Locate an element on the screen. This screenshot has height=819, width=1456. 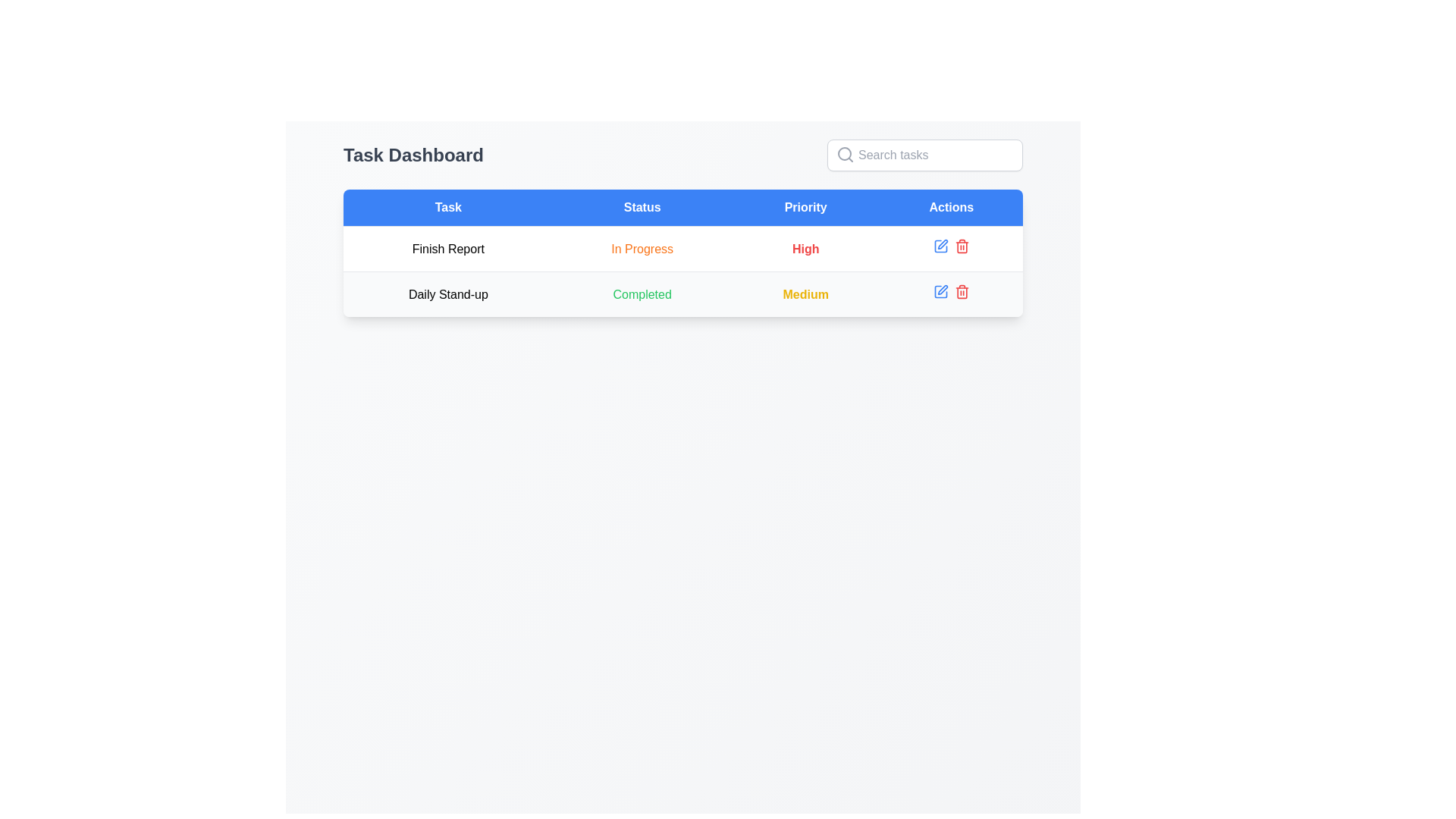
the status label indicating the current progress of the 'Finish Report' task, located in the 'Status' column of the table is located at coordinates (642, 248).